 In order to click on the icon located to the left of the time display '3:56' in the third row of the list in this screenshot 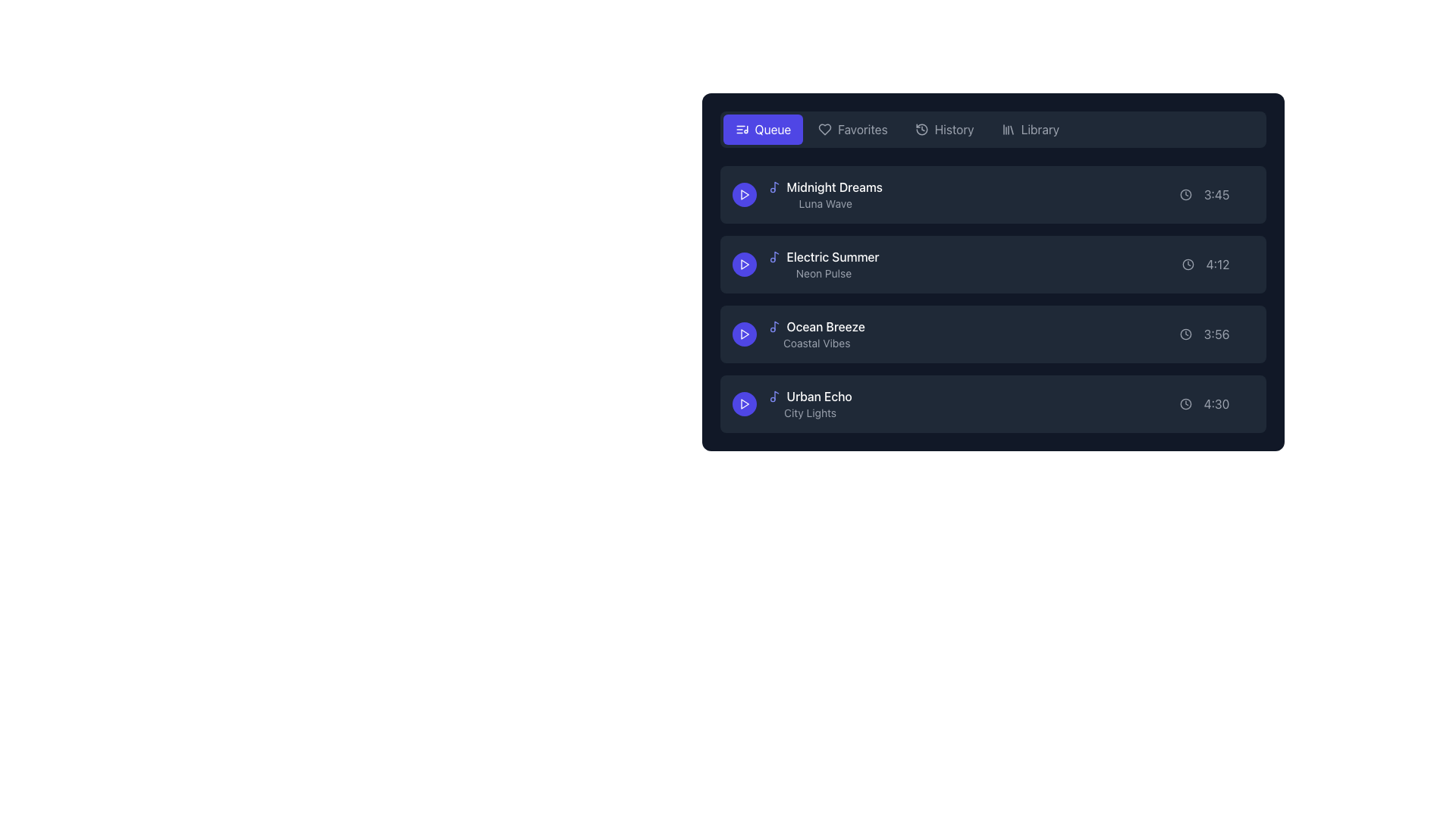, I will do `click(1185, 333)`.